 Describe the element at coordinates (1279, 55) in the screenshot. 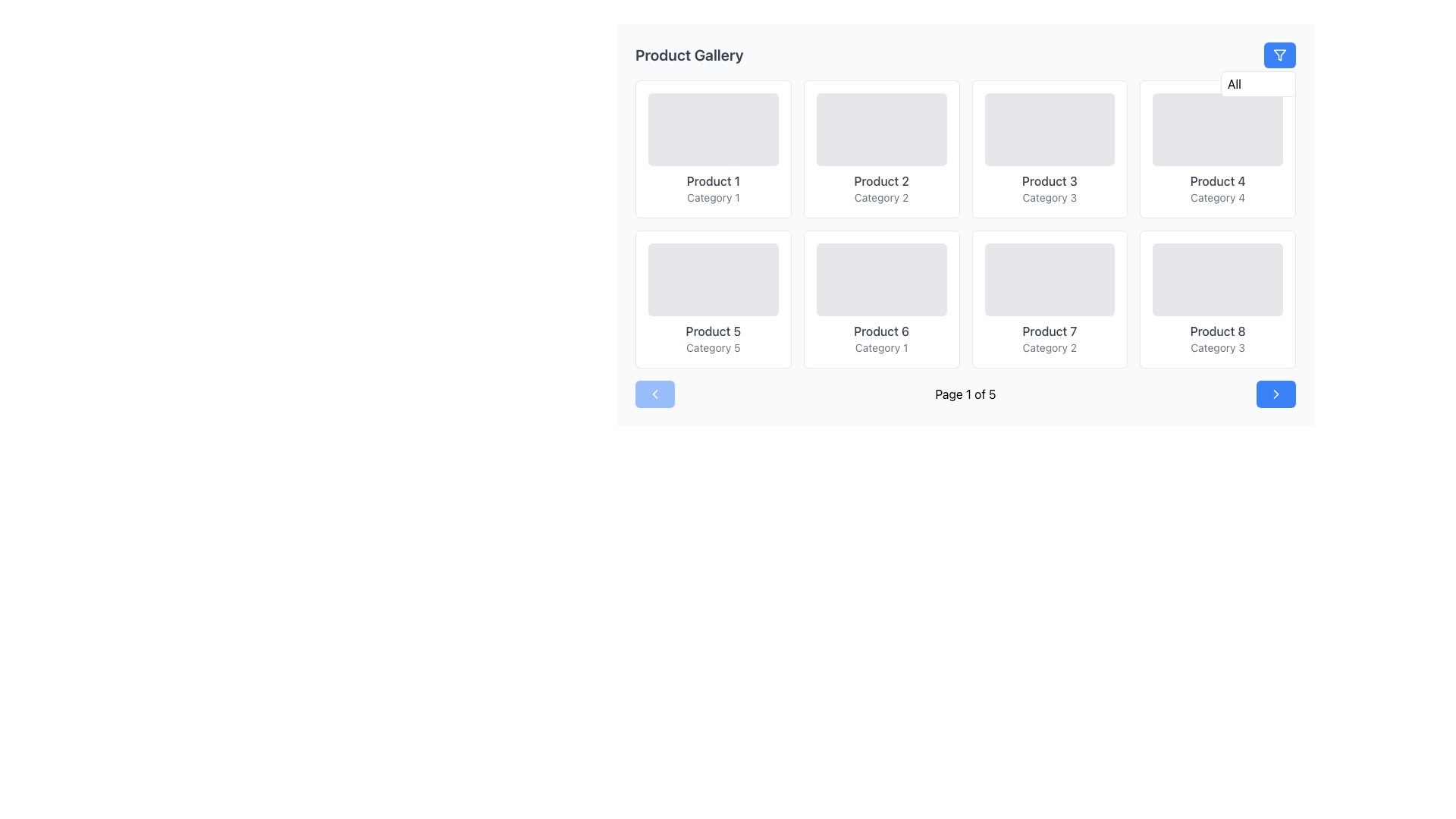

I see `the filter icon, which is a small triangular shape resembling a funnel, located within a blue circular button at the top-right corner of the interface` at that location.